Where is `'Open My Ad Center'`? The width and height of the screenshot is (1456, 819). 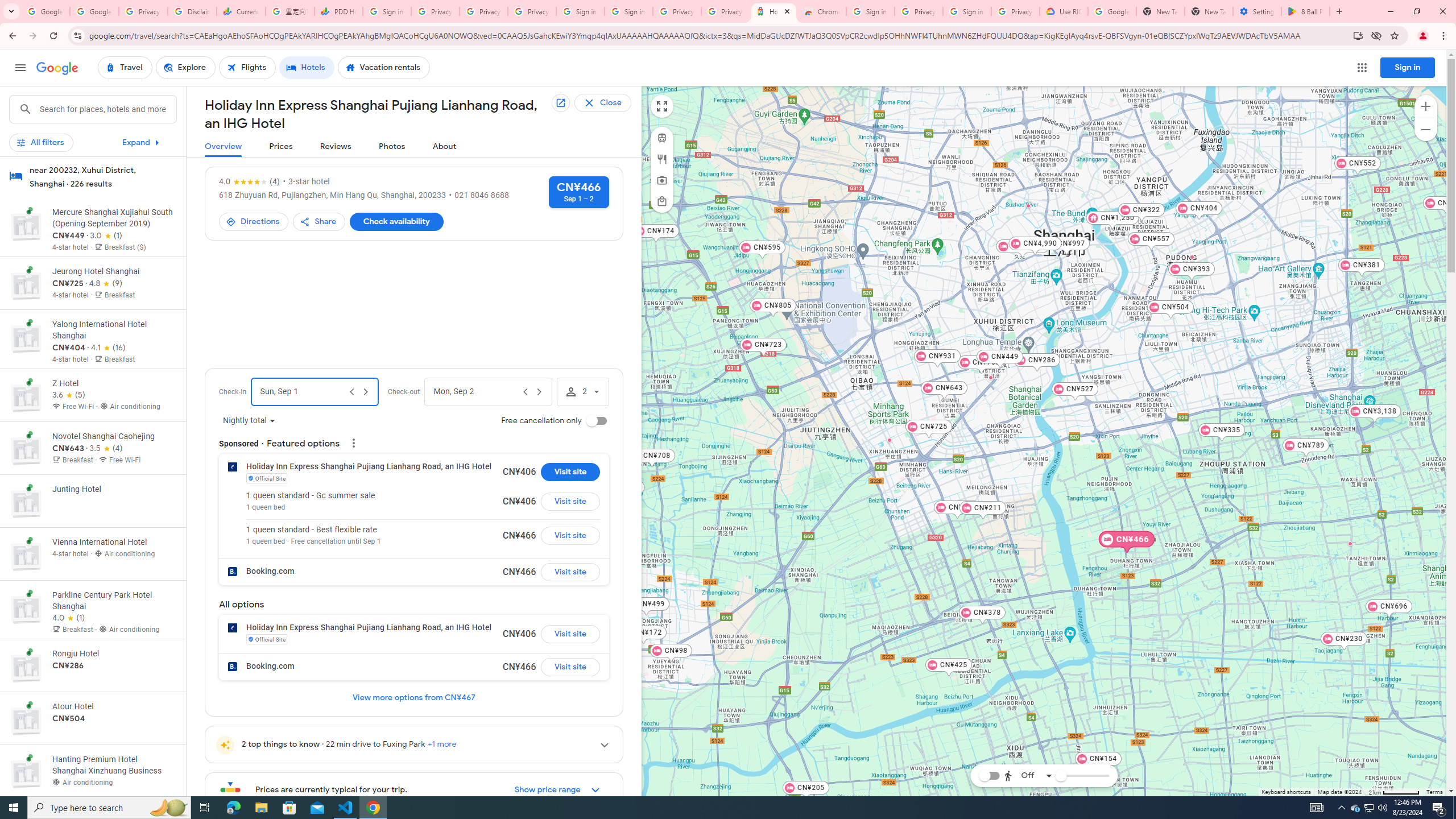
'Open My Ad Center' is located at coordinates (352, 442).